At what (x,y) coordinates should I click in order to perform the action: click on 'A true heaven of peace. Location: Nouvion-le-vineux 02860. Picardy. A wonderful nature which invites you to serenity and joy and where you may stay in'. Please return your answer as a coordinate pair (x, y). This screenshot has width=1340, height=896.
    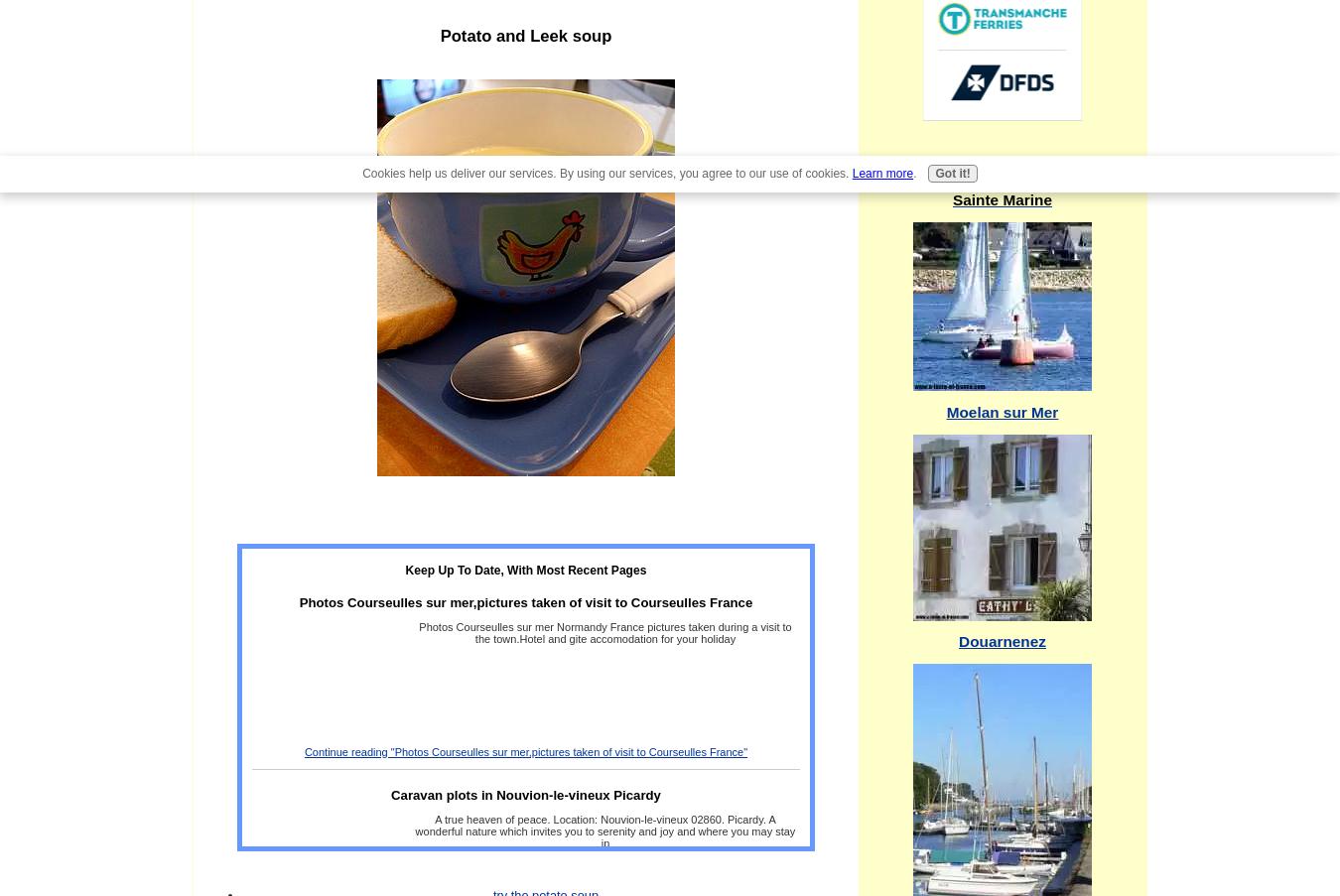
    Looking at the image, I should click on (604, 830).